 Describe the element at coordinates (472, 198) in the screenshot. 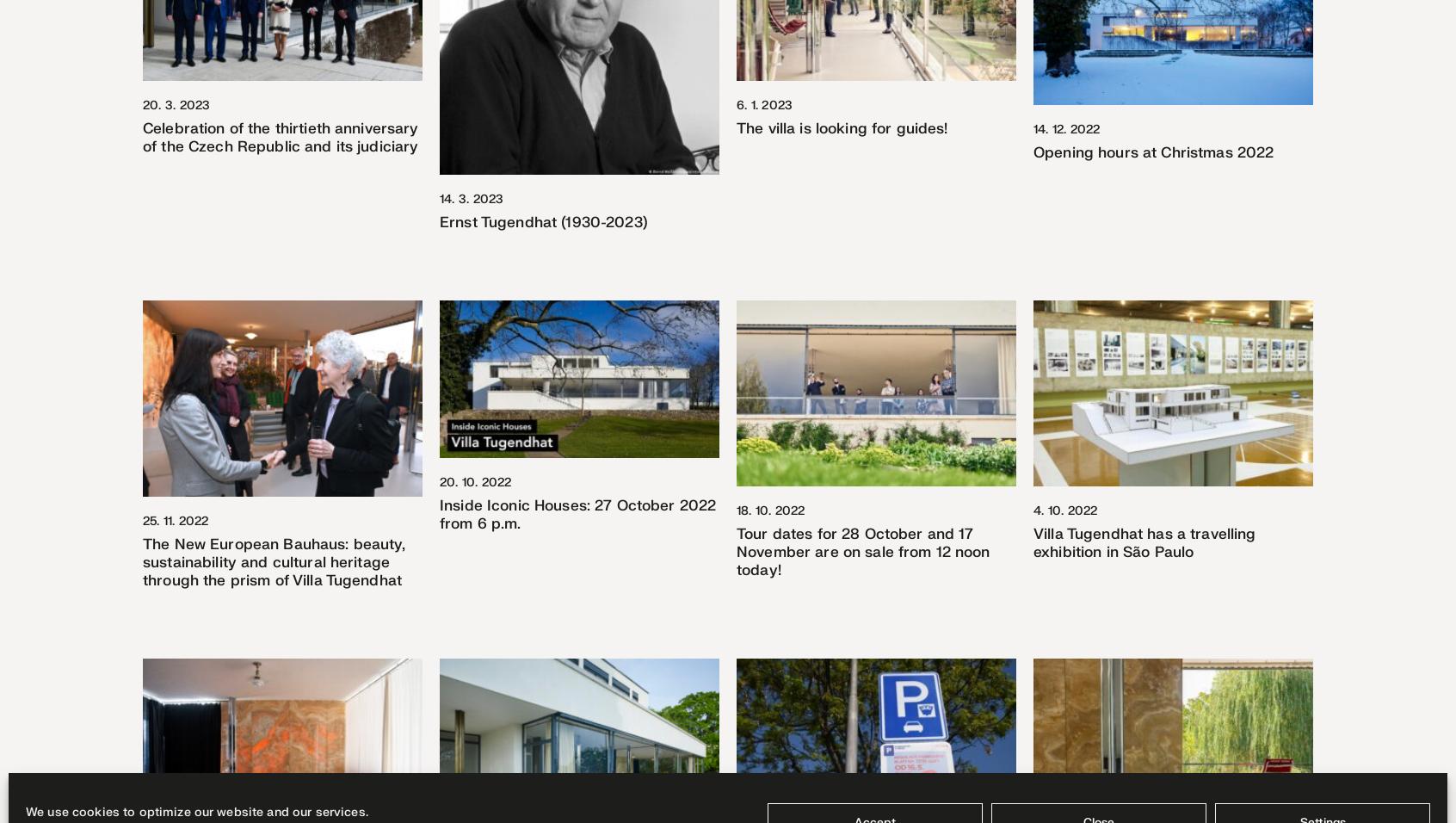

I see `'14. 3. 2023'` at that location.